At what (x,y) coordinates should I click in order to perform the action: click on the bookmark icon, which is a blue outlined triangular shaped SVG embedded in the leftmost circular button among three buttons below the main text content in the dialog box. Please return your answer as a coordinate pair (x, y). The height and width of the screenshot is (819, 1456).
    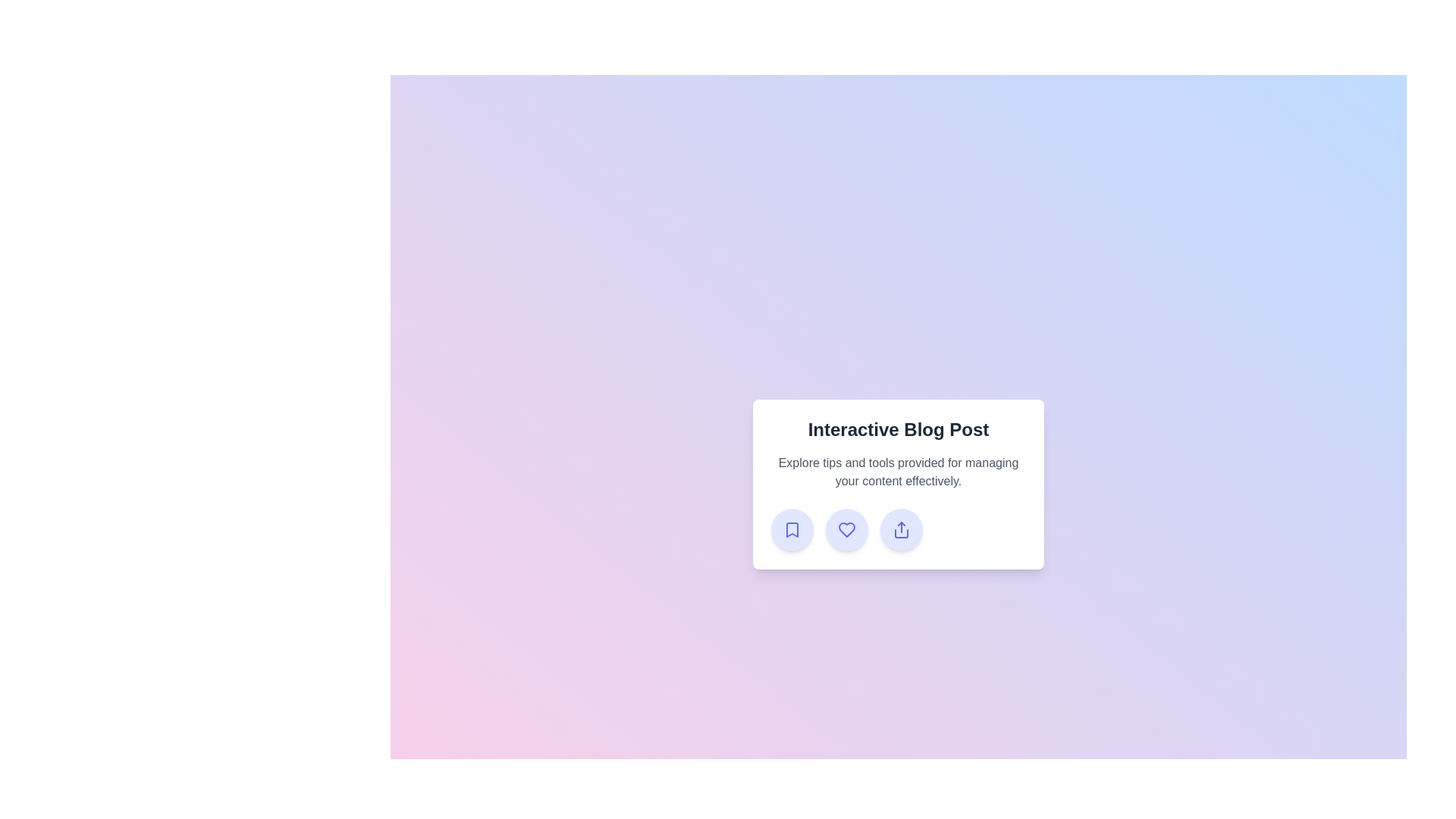
    Looking at the image, I should click on (792, 529).